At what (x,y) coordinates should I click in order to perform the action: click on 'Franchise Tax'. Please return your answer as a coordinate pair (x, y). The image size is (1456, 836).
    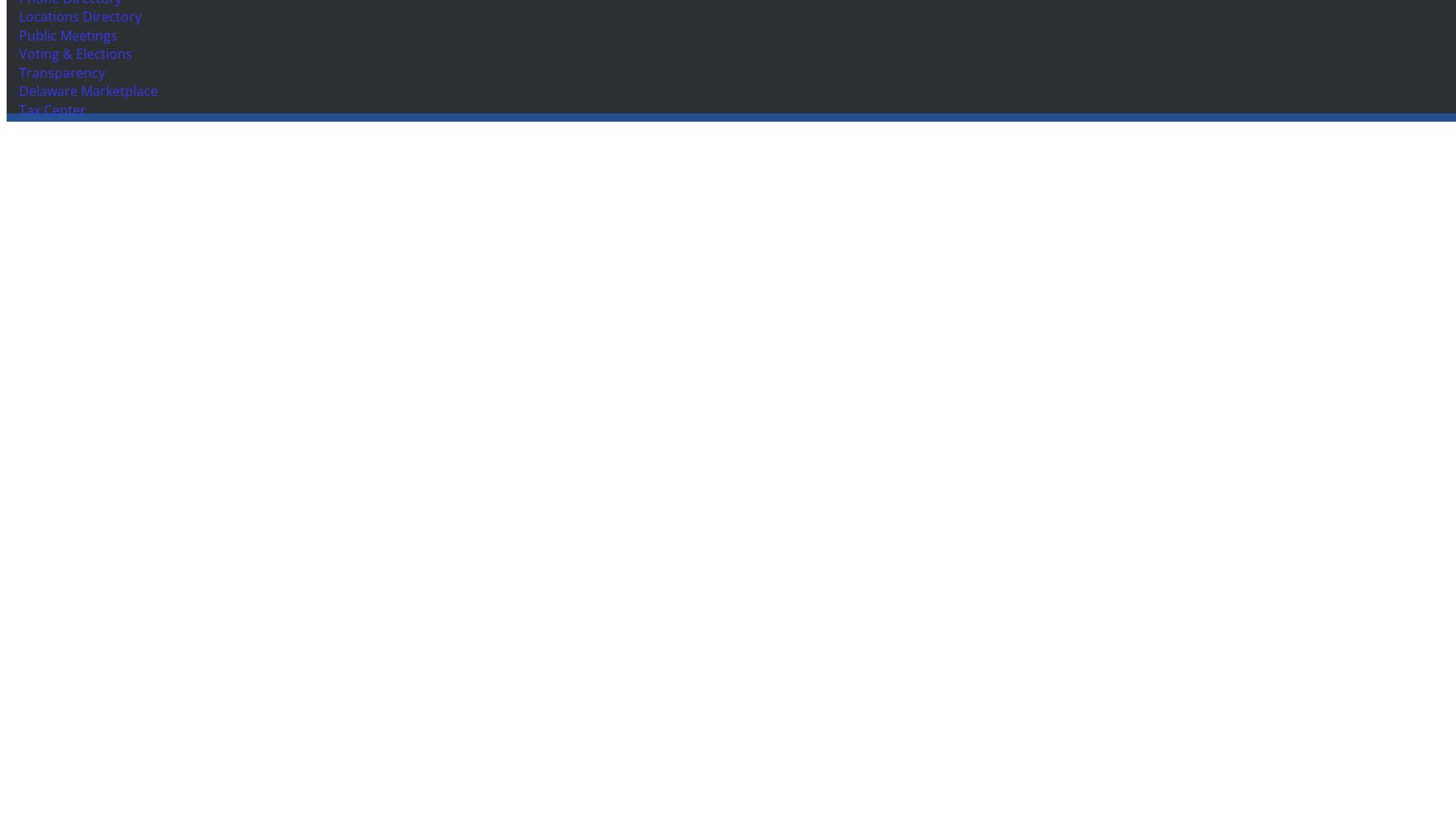
    Looking at the image, I should click on (19, 233).